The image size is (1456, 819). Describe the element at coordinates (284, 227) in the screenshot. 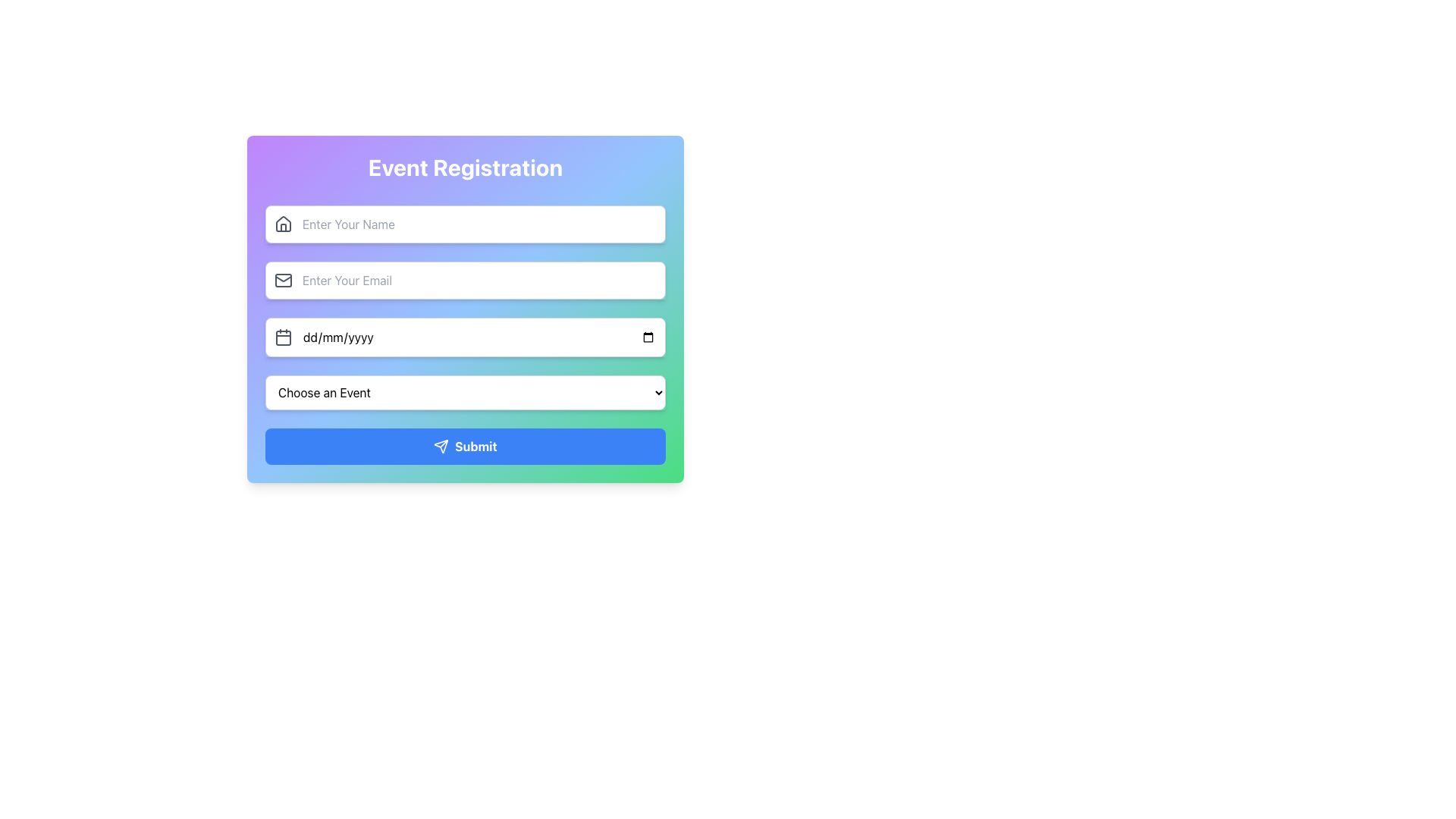

I see `the vertical line-like stroke of the house icon located to the left of the 'Enter Your Name' input field on the Event Registration form` at that location.